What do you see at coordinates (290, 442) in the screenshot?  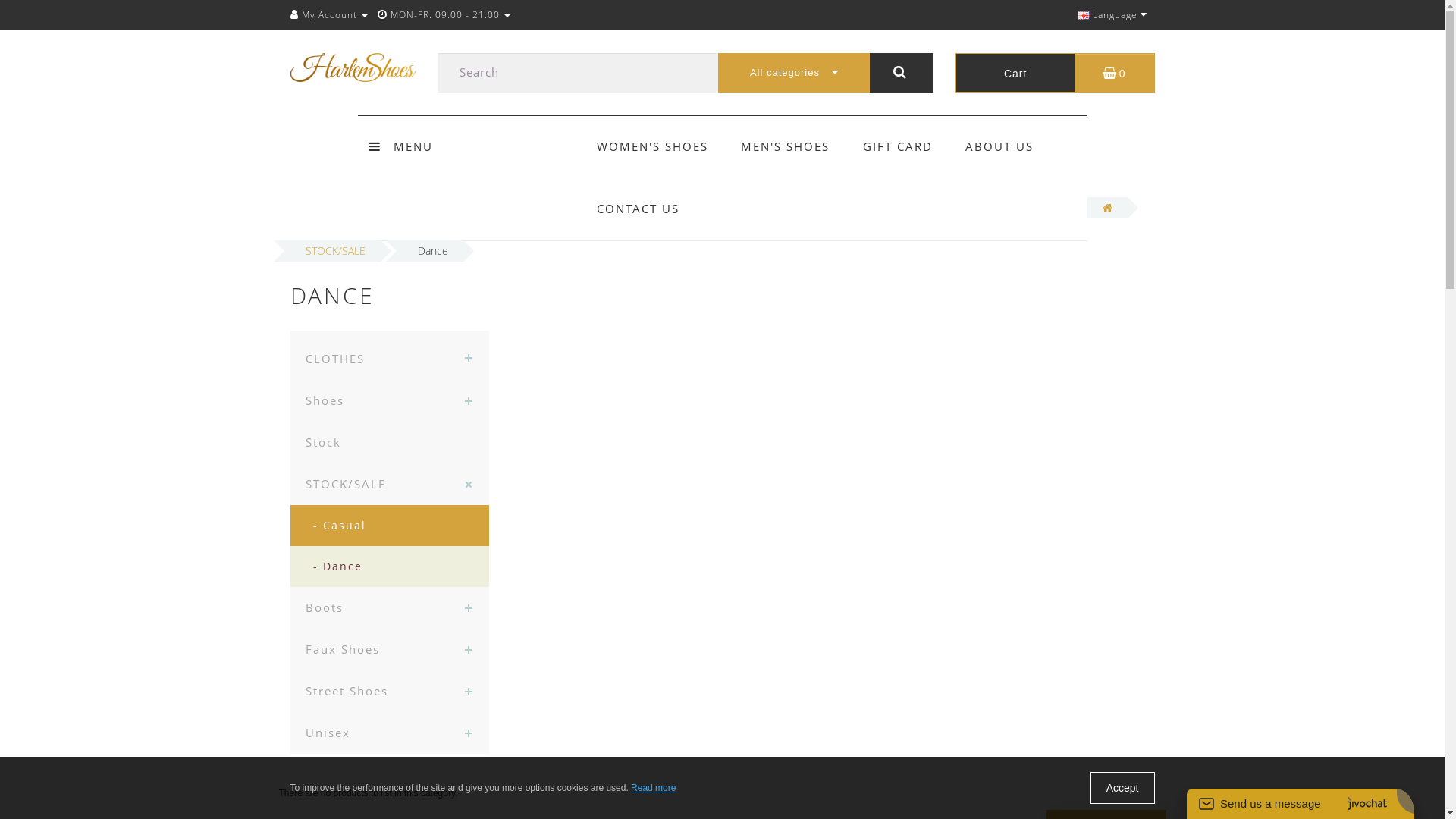 I see `'Stock'` at bounding box center [290, 442].